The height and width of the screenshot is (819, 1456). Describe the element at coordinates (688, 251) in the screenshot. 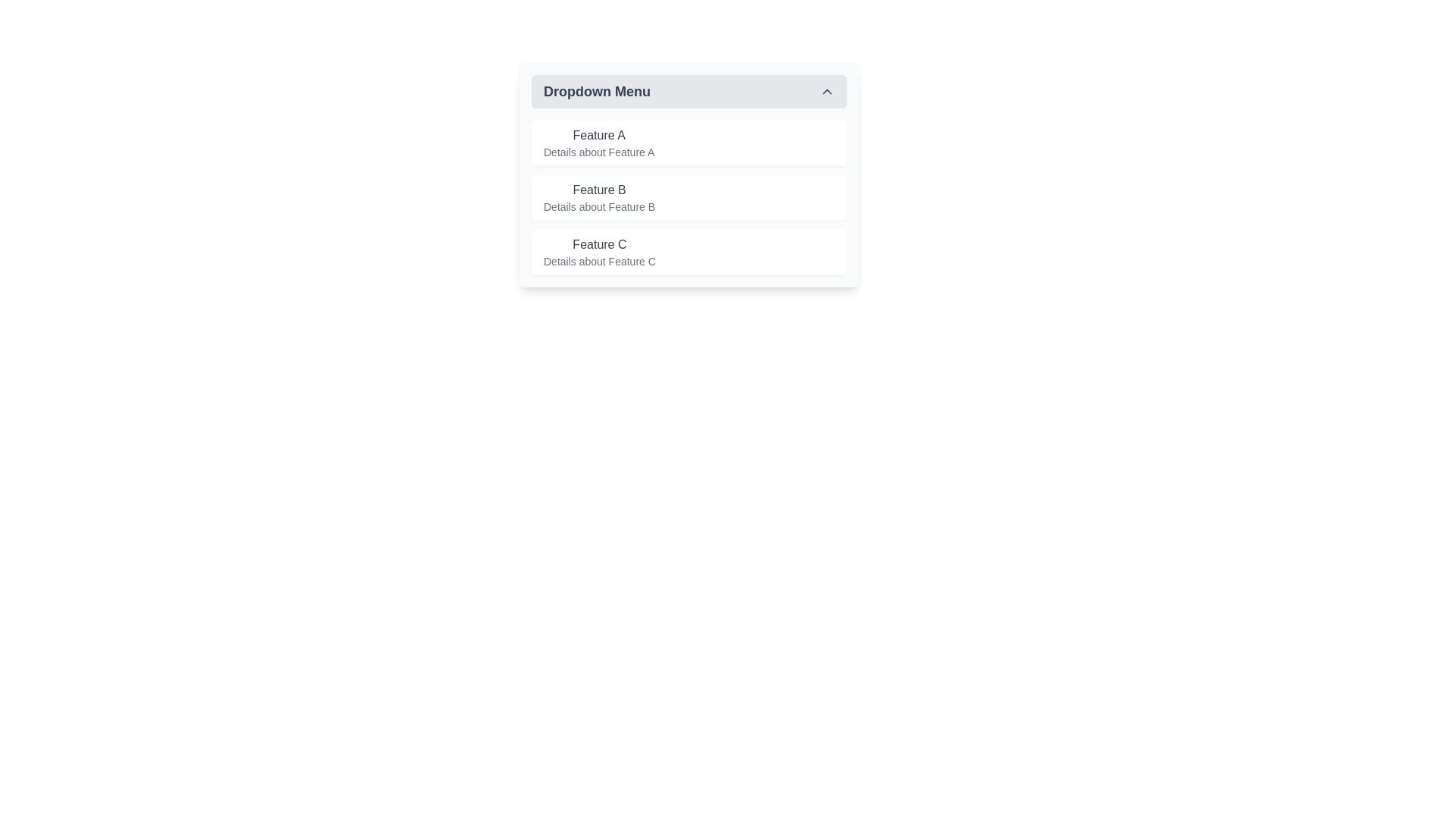

I see `the interactive list item labeled 'Feature C'` at that location.